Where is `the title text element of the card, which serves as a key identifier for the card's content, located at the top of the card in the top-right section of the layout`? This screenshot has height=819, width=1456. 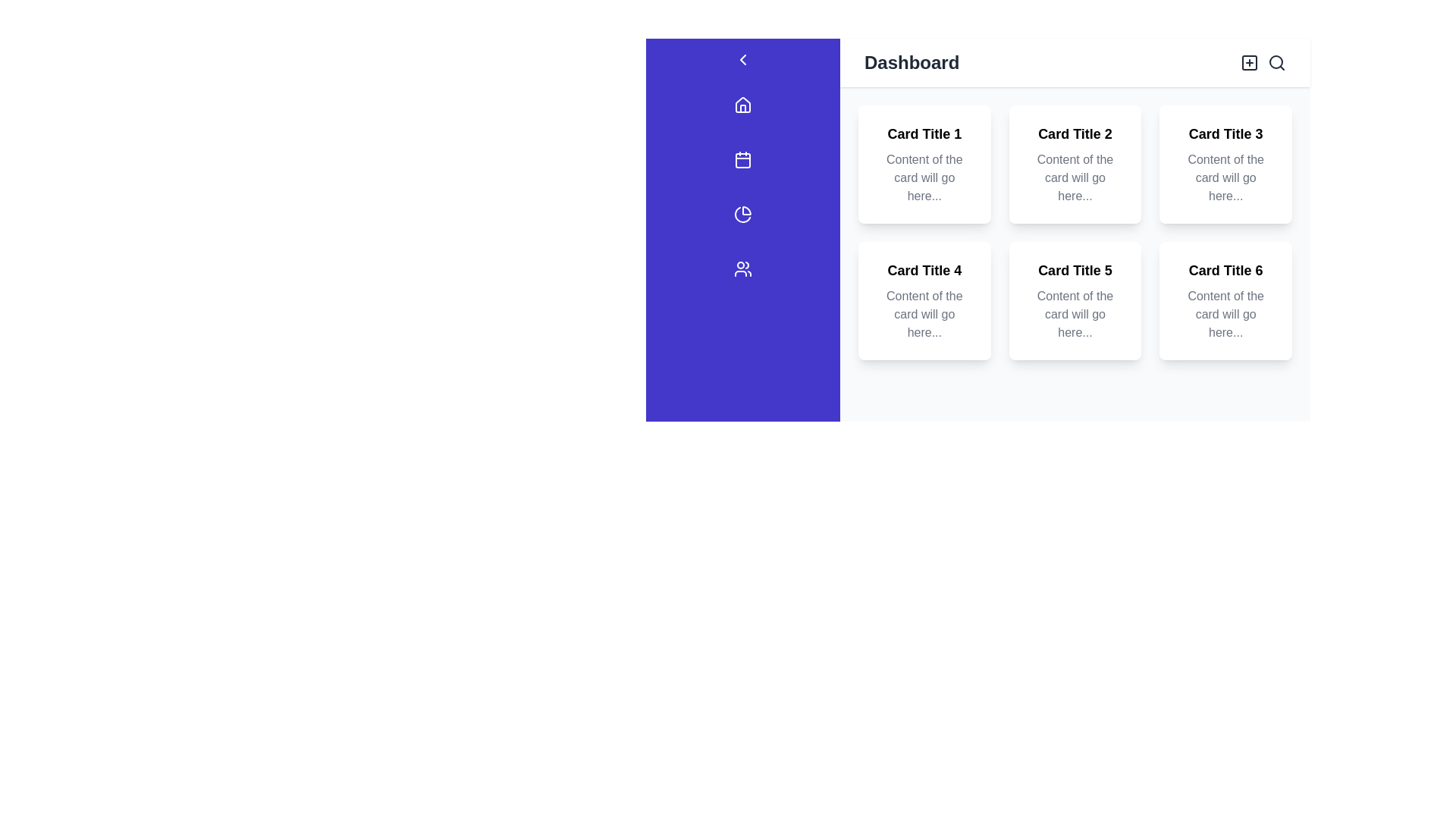 the title text element of the card, which serves as a key identifier for the card's content, located at the top of the card in the top-right section of the layout is located at coordinates (1225, 133).